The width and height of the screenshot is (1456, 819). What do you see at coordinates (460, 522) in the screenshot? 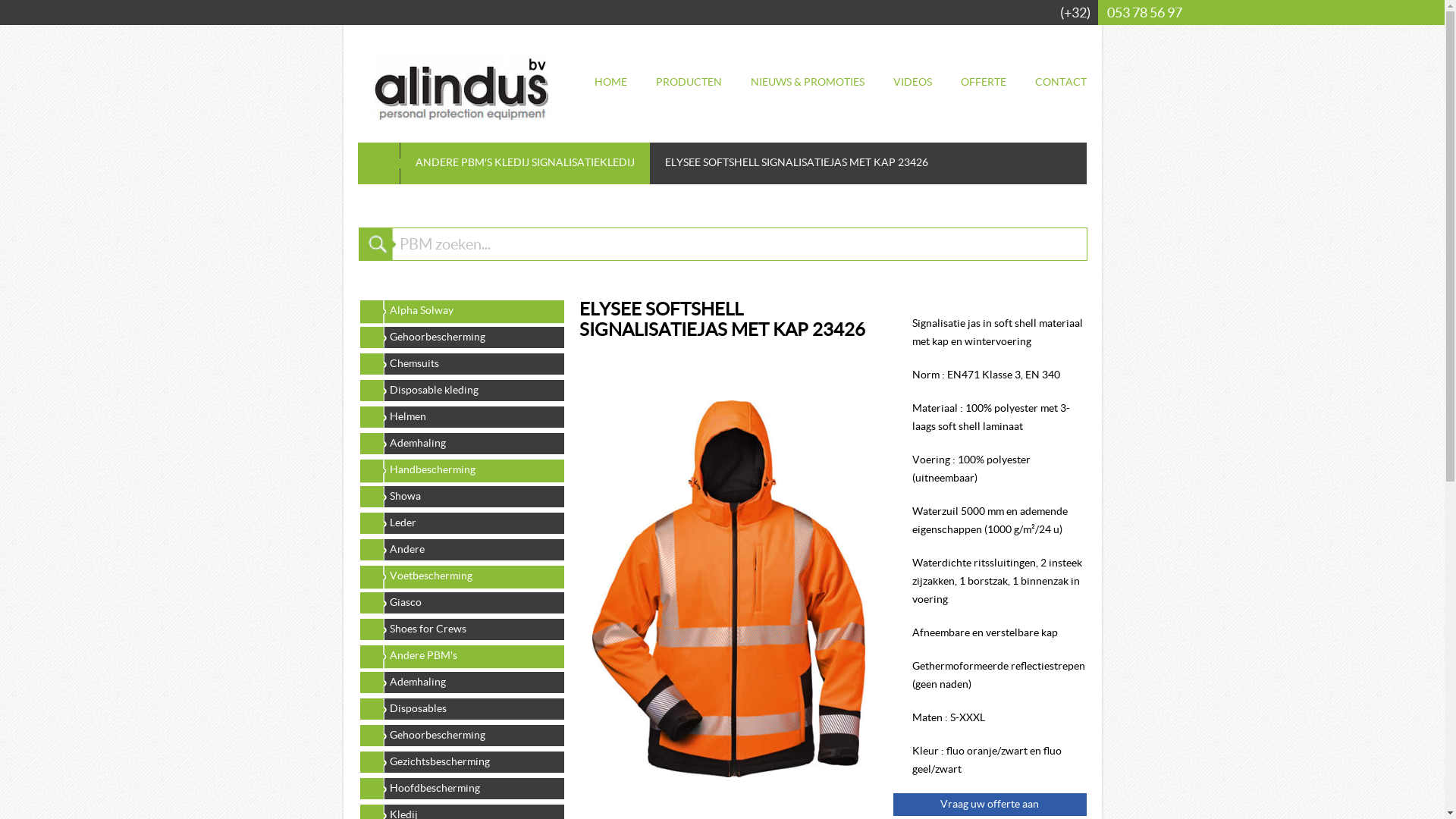
I see `'Leder'` at bounding box center [460, 522].